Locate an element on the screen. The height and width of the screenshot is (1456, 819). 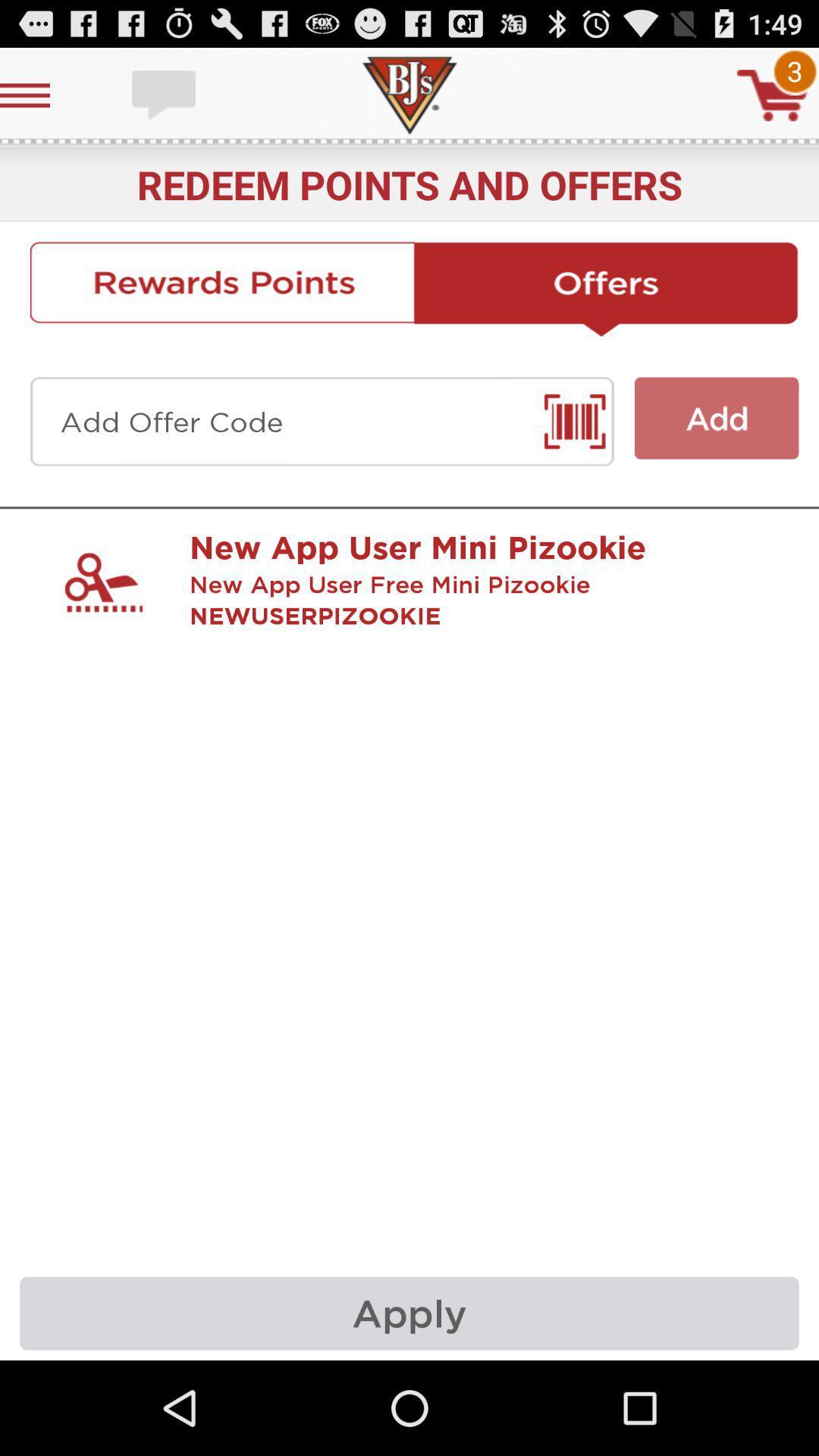
offers button is located at coordinates (606, 289).